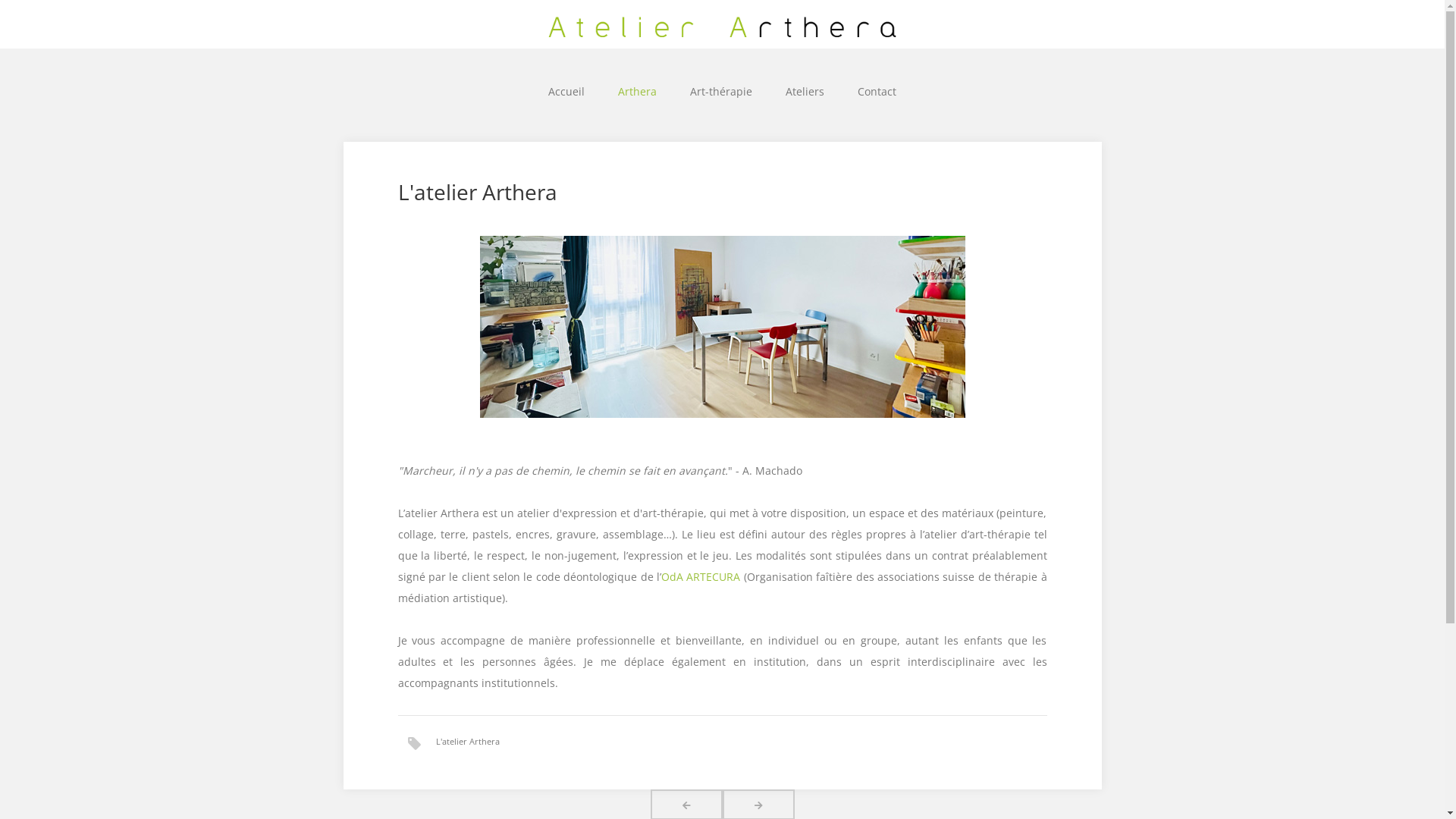 The width and height of the screenshot is (1456, 819). What do you see at coordinates (637, 90) in the screenshot?
I see `'Arthera'` at bounding box center [637, 90].